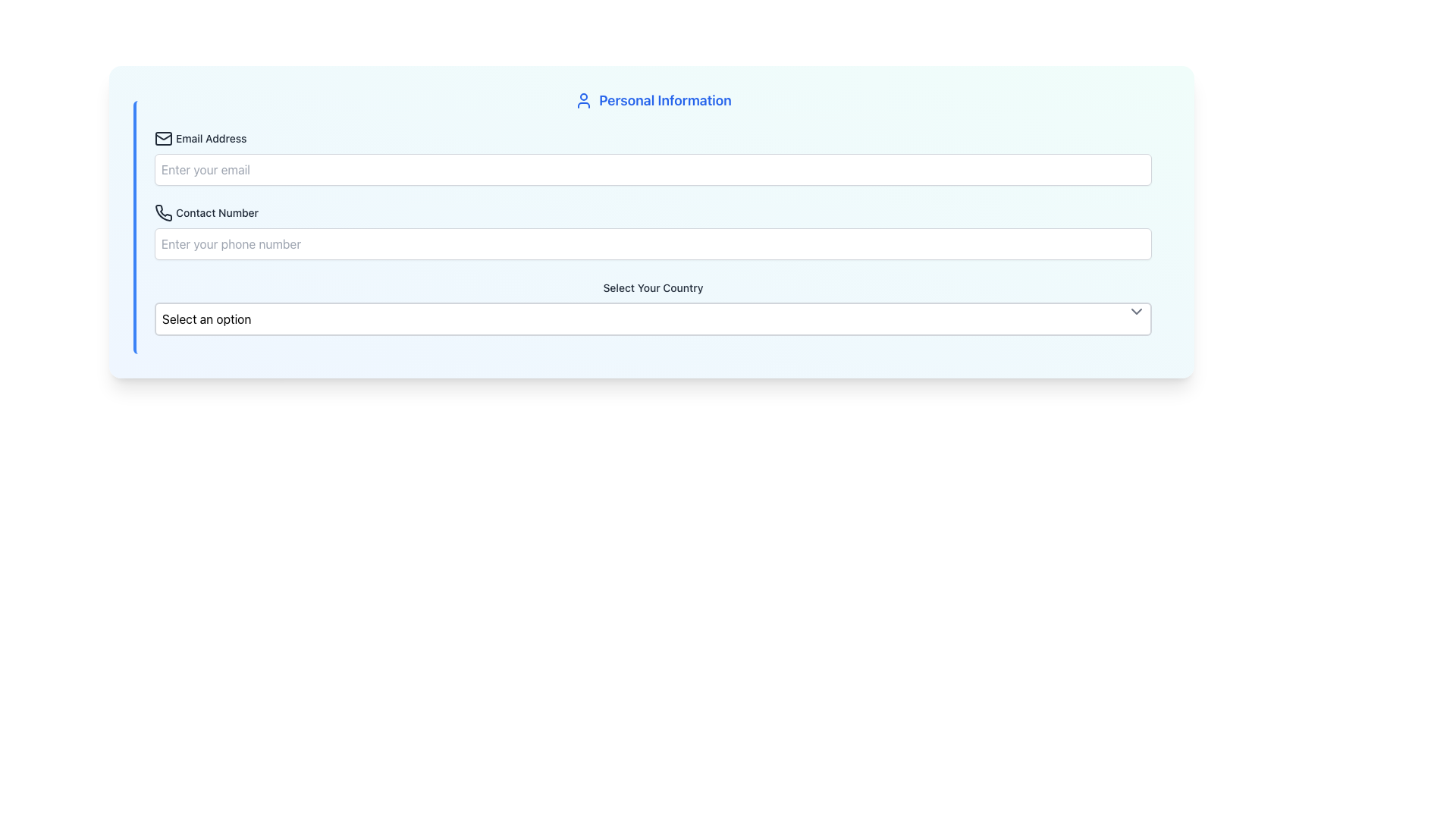  Describe the element at coordinates (653, 231) in the screenshot. I see `the input field labeled 'Contact Number'` at that location.